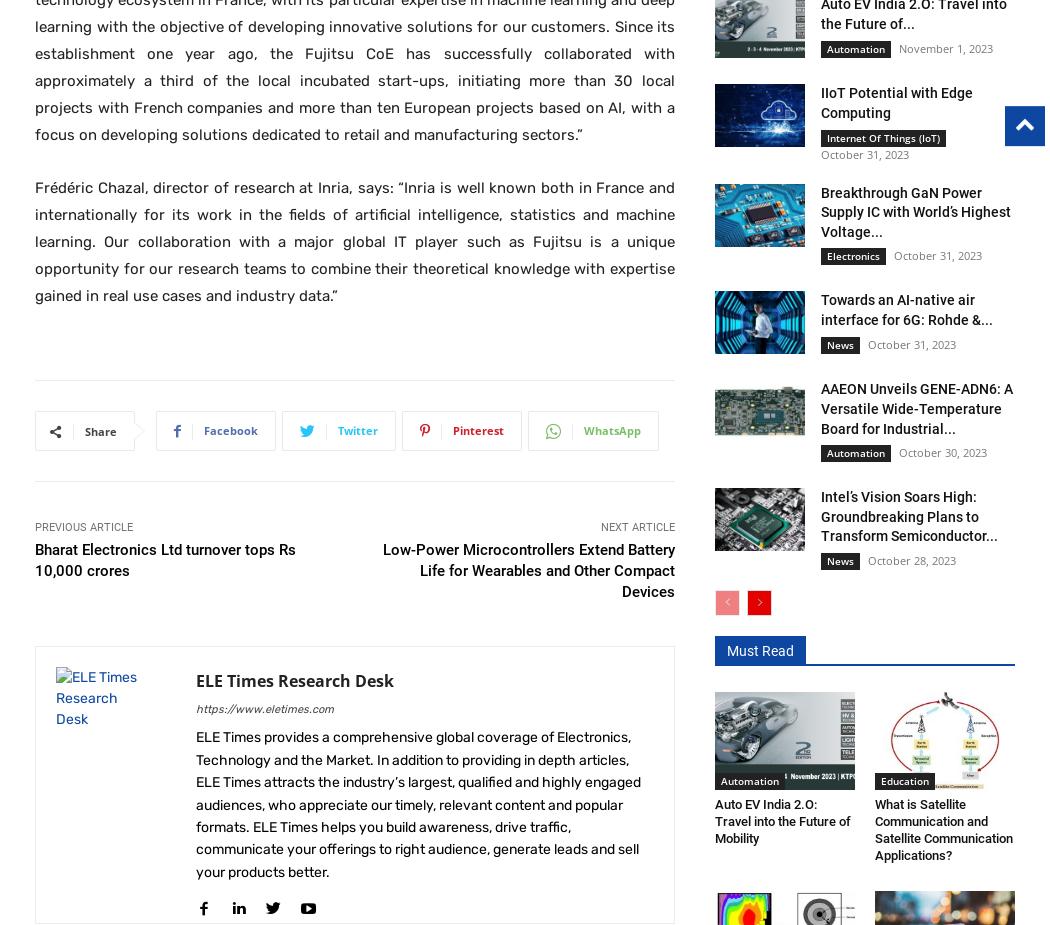 The image size is (1050, 925). Describe the element at coordinates (417, 804) in the screenshot. I see `'ELE Times provides a comprehensive global coverage of Electronics, Technology and the Market. In addition to providing in depth articles, ELE Times attracts the industry’s largest, qualified and highly engaged audiences, who appreciate our timely, relevant content and popular formats. ELE Times helps you build awareness, drive traffic, communicate your offerings to right audience, generate leads and sell your products better.'` at that location.